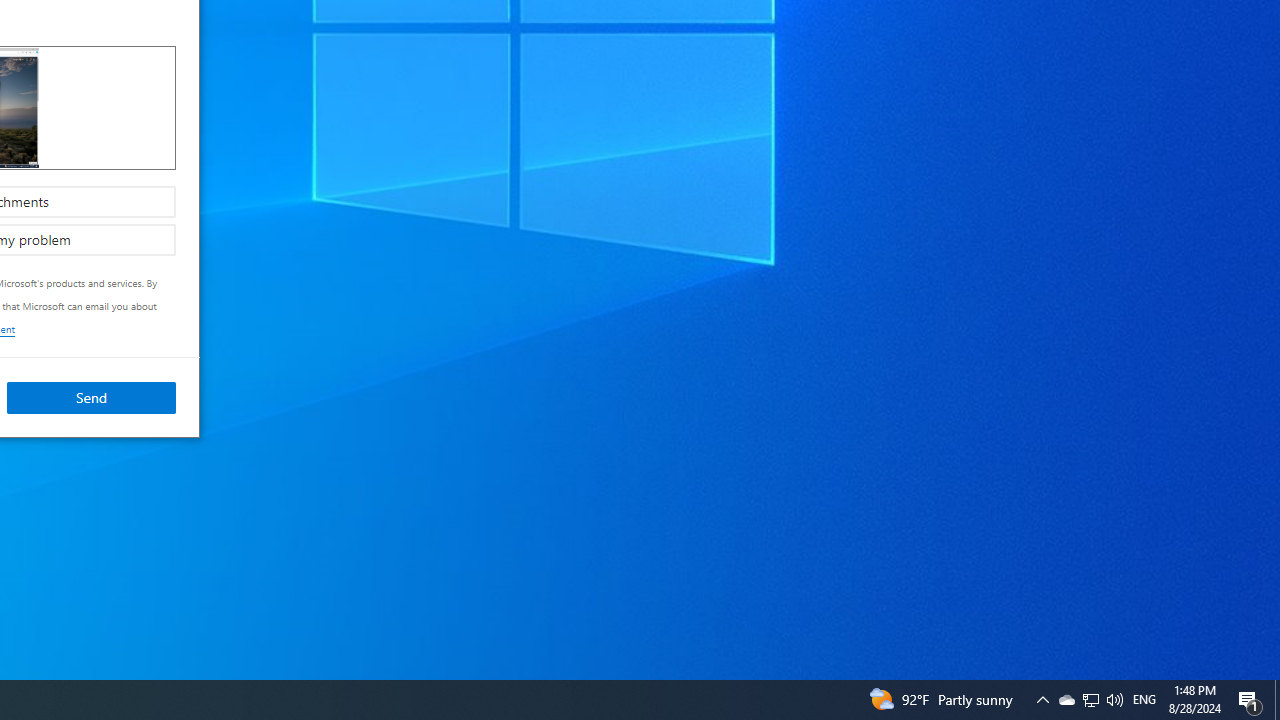  Describe the element at coordinates (1113, 698) in the screenshot. I see `'User Promoted Notification Area'` at that location.